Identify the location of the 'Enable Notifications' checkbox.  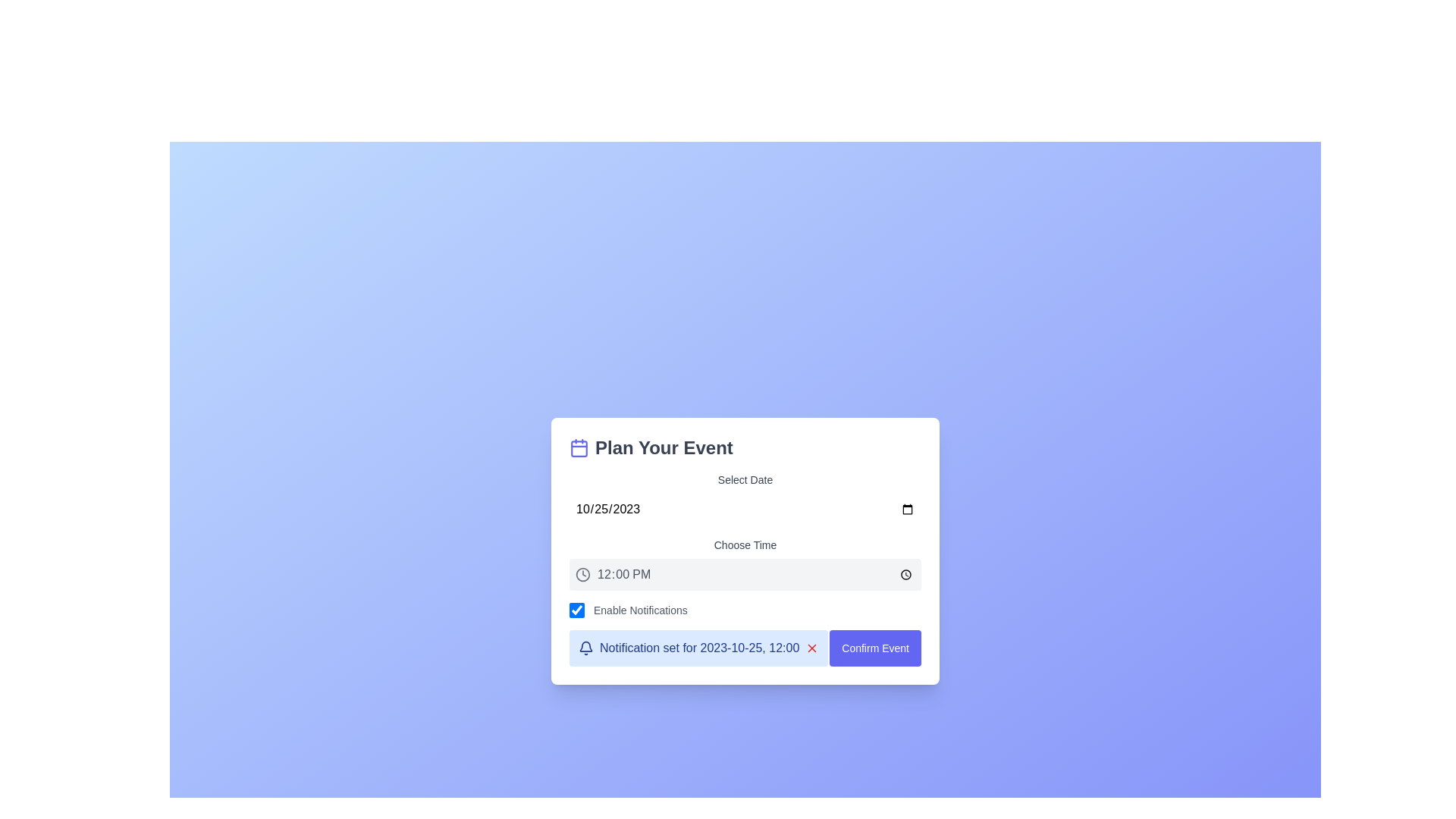
(745, 610).